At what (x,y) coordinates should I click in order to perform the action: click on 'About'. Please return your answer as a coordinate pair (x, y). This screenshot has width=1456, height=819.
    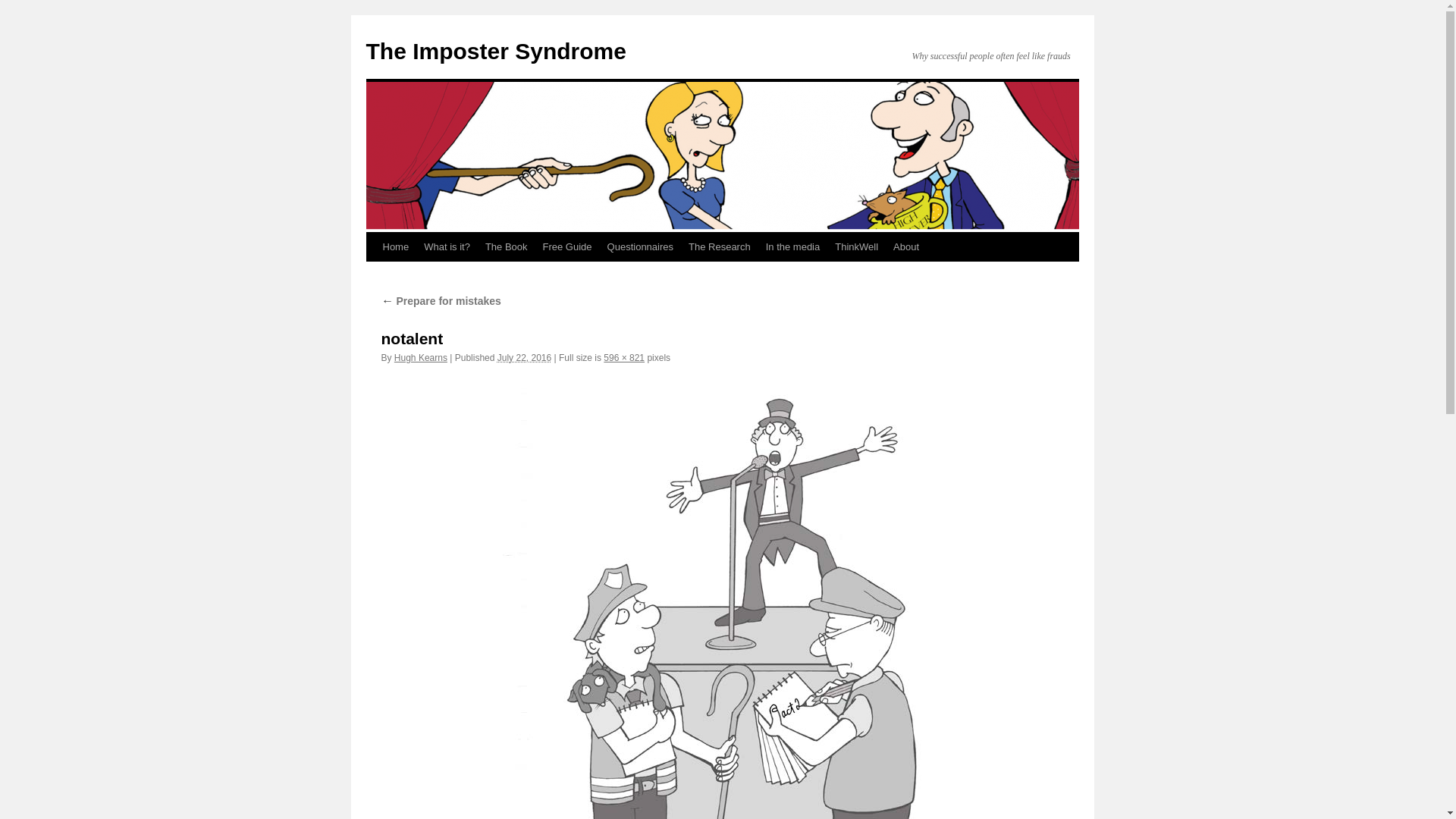
    Looking at the image, I should click on (885, 246).